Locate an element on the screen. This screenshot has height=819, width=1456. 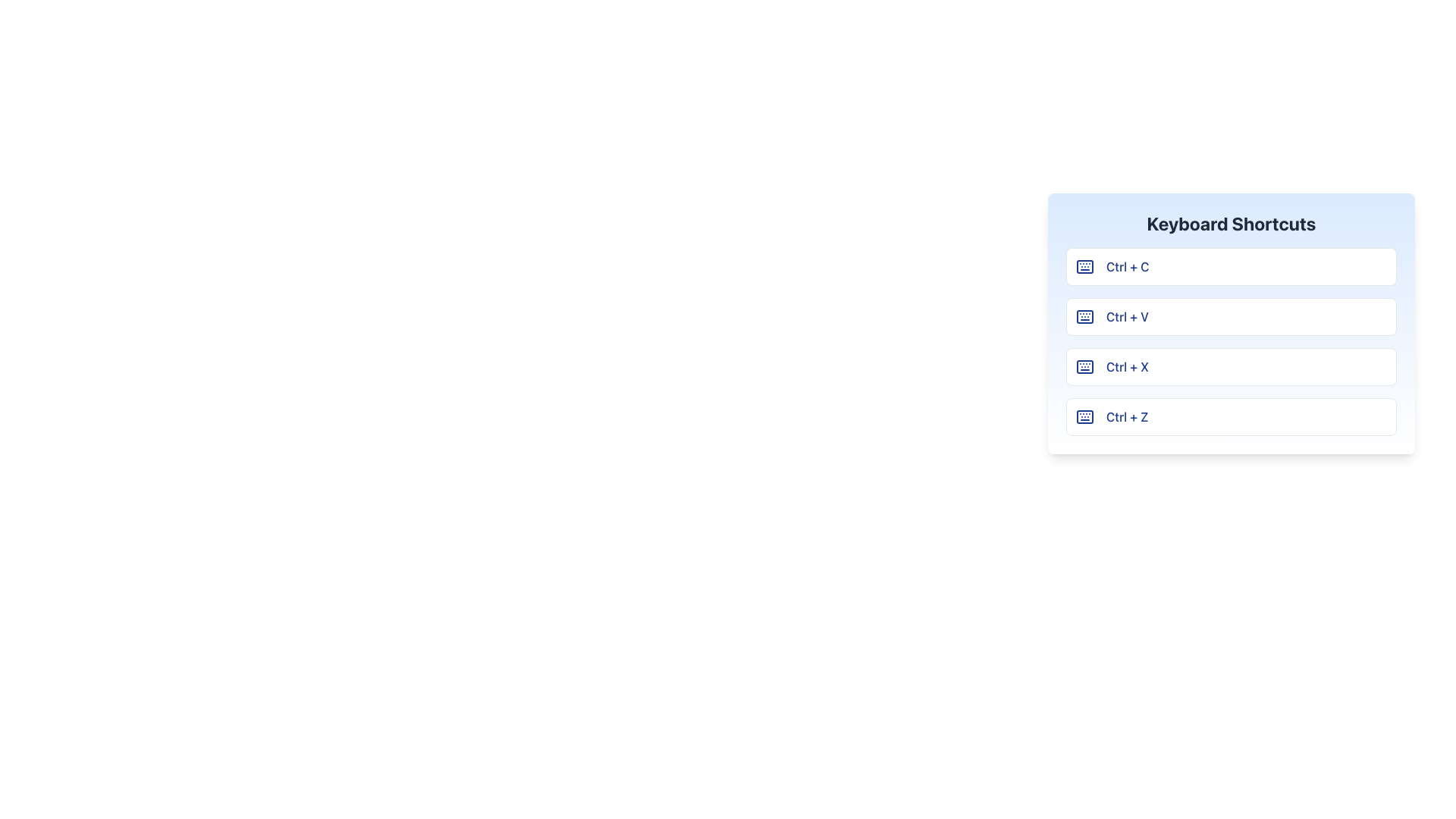
the text label displaying 'Ctrl + C', which is part of the keyboard shortcut listing next to a small keyboard icon on the left side is located at coordinates (1128, 265).